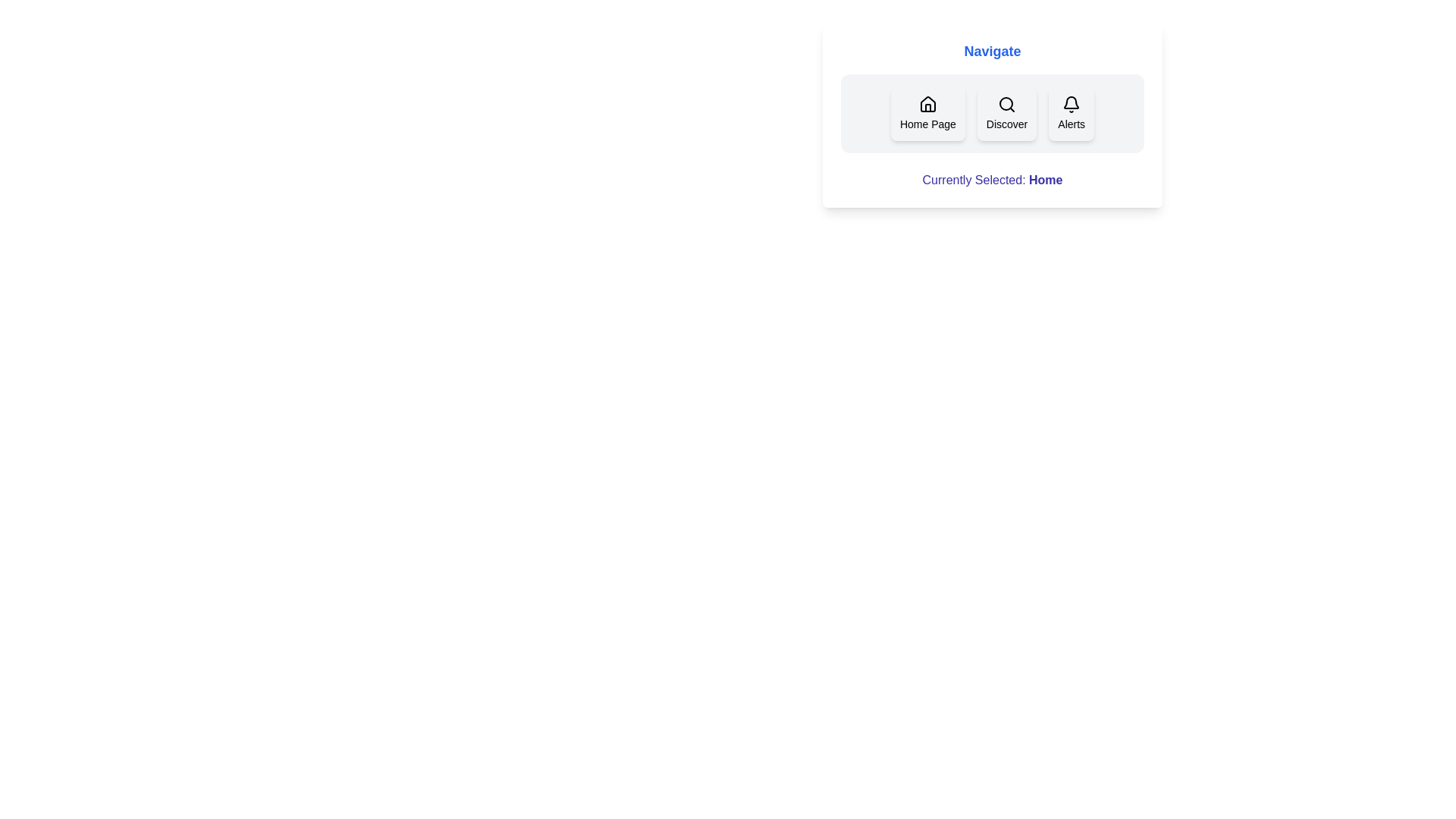 The width and height of the screenshot is (1456, 819). I want to click on the 'Discover' button, which is a vertical button with a magnifying glass icon and text, to scale it up and change its background and text color, so click(1007, 113).